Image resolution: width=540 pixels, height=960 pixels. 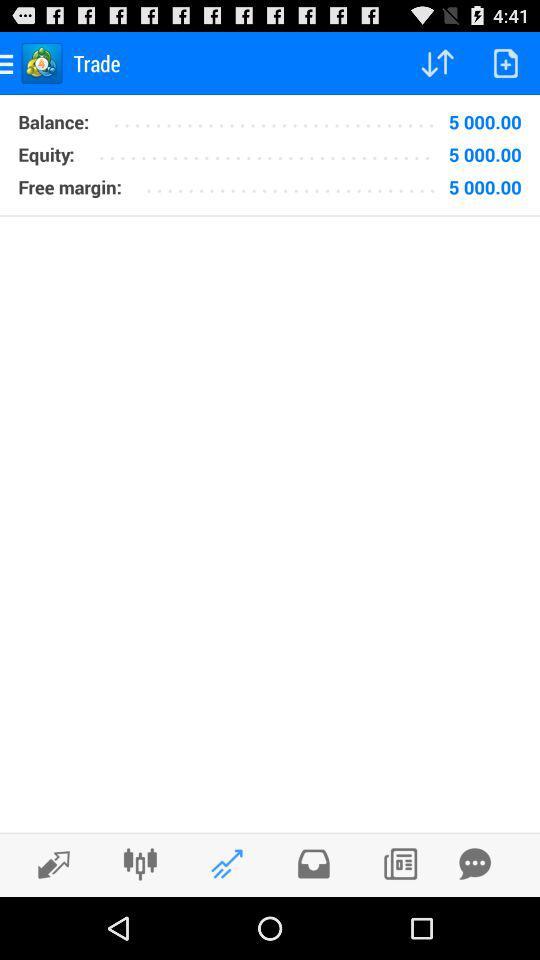 What do you see at coordinates (48, 925) in the screenshot?
I see `the edit icon` at bounding box center [48, 925].